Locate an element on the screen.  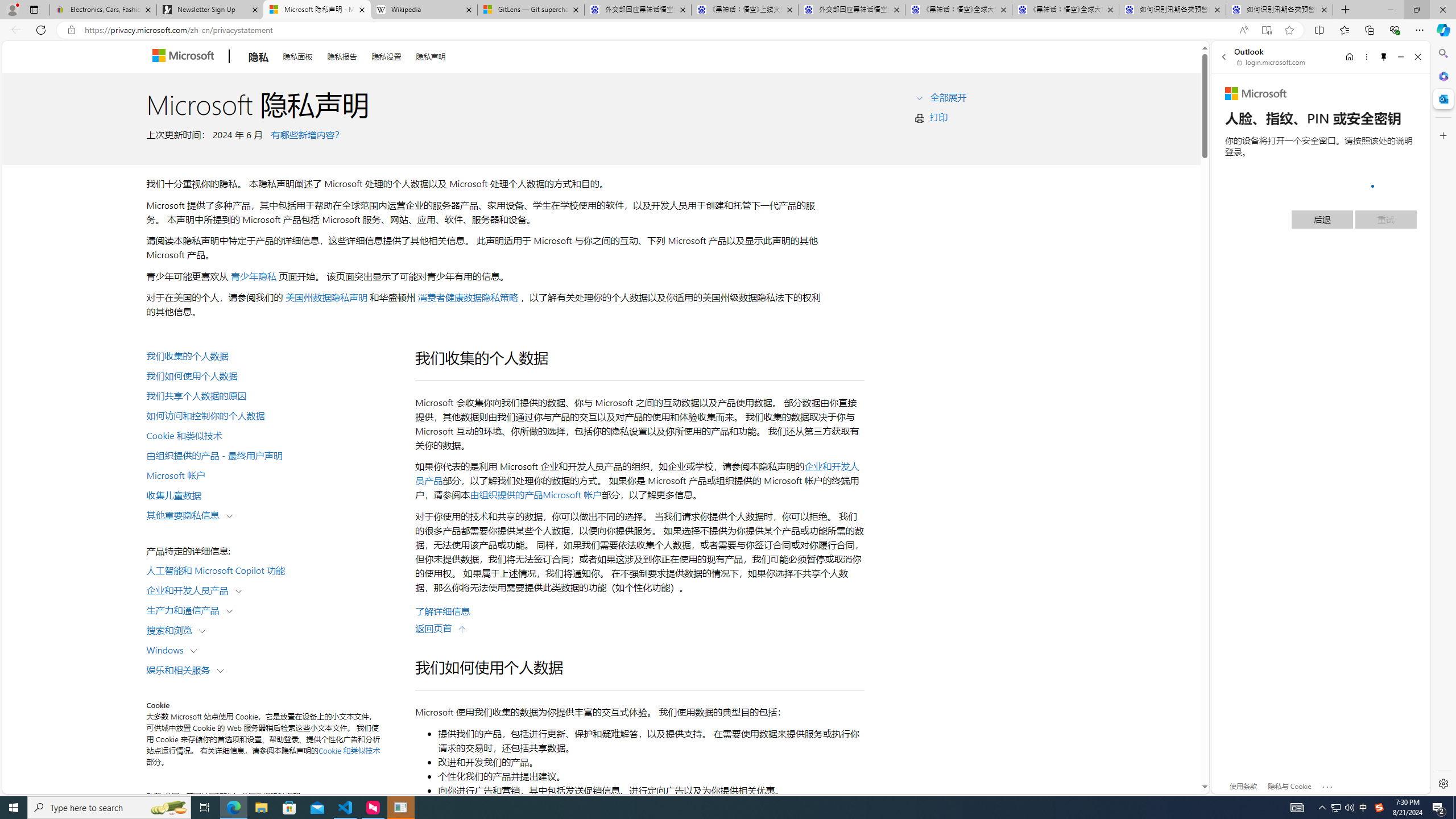
'login.microsoft.com' is located at coordinates (1271, 61).